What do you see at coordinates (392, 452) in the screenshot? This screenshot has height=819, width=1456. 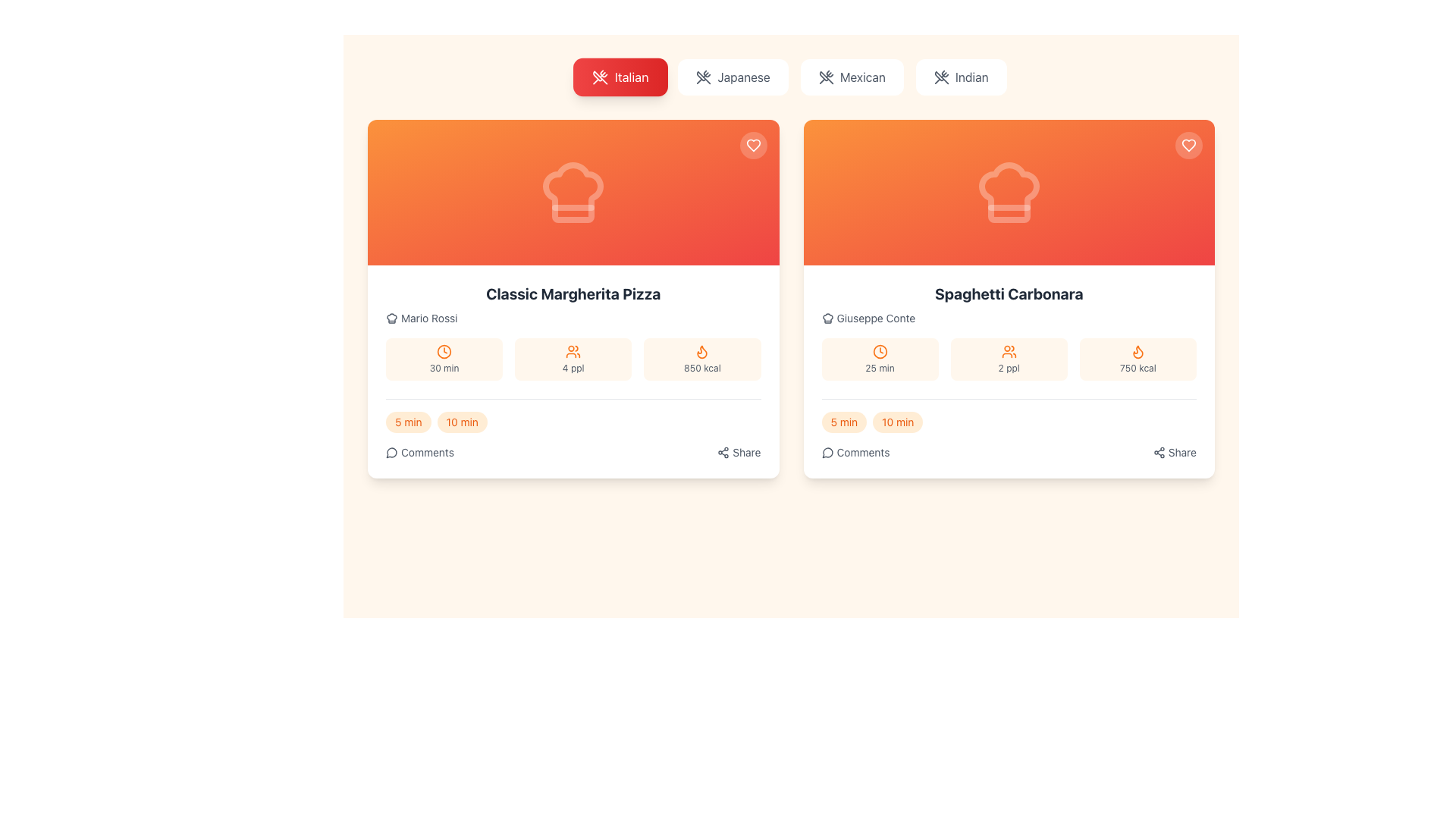 I see `the small circular icon resembling a speech bubble located to the left of the text 'Comments' in the interactive section below the recipe card for 'Classic Margherita Pizza'` at bounding box center [392, 452].